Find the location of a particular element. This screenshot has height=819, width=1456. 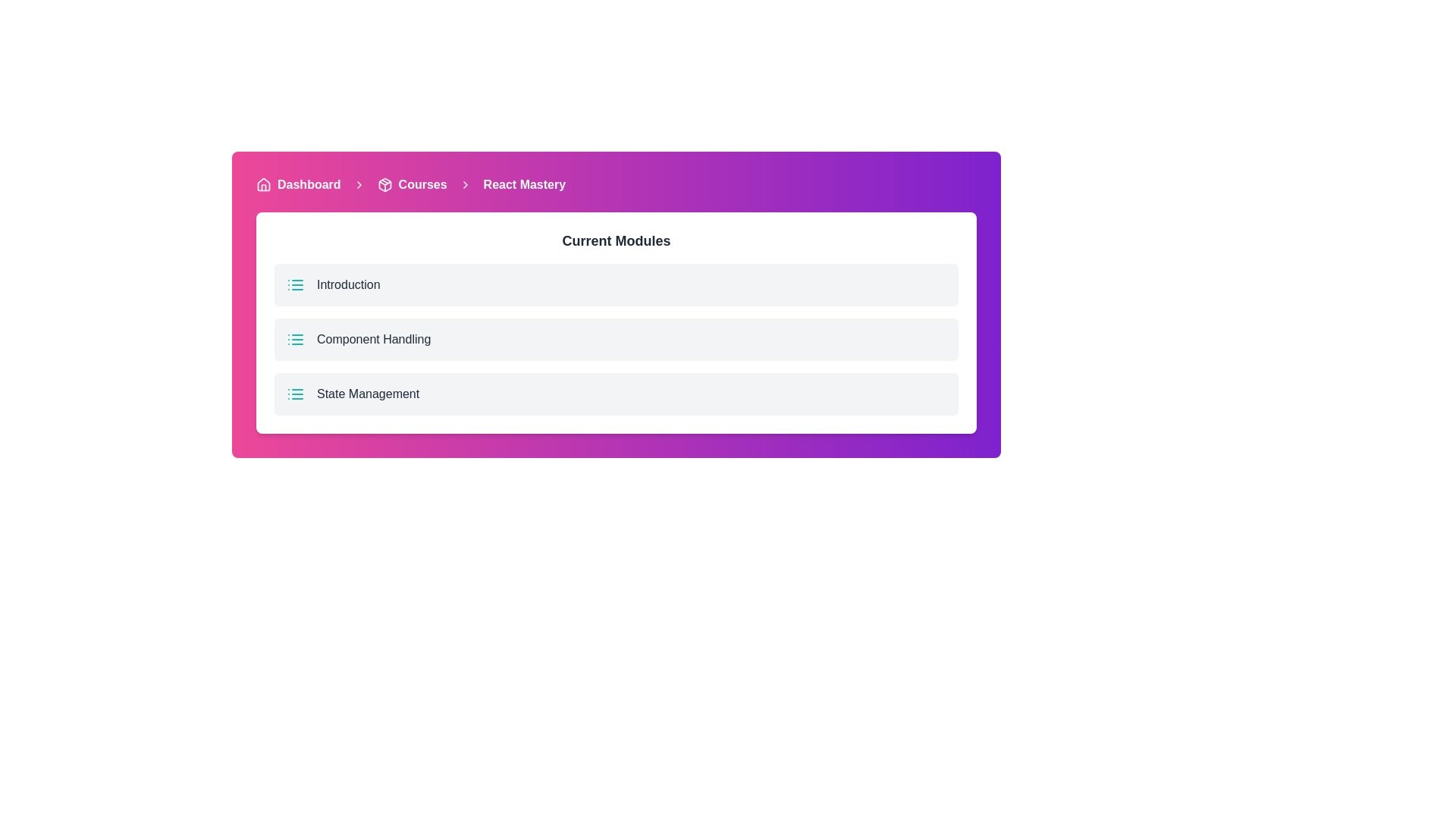

the current page indicator text label in the breadcrumb navigation, which is positioned as the last item next to 'Dashboard' and 'Courses' is located at coordinates (524, 184).